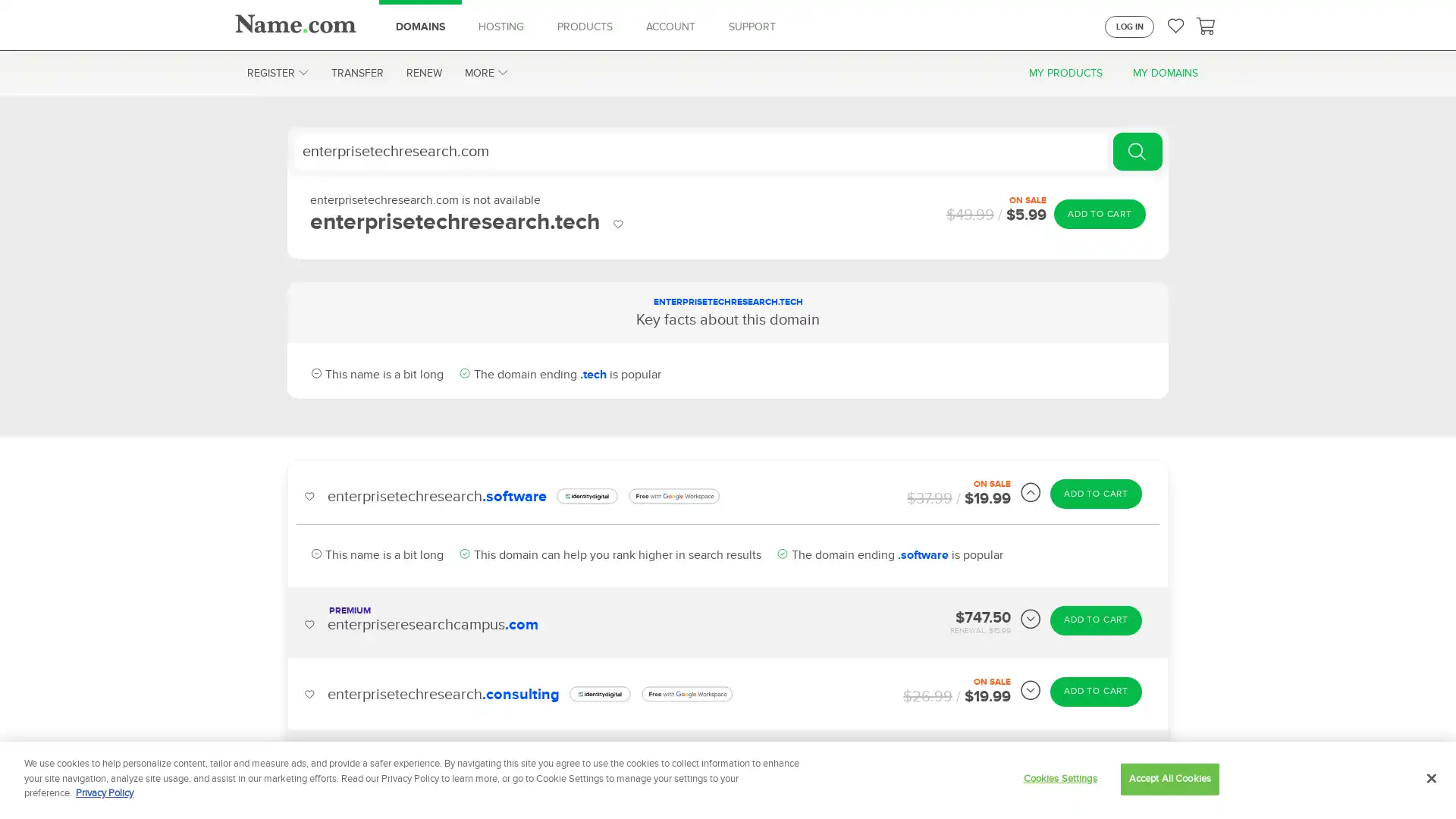 The width and height of the screenshot is (1456, 819). What do you see at coordinates (1096, 564) in the screenshot?
I see `ADD TO CART` at bounding box center [1096, 564].